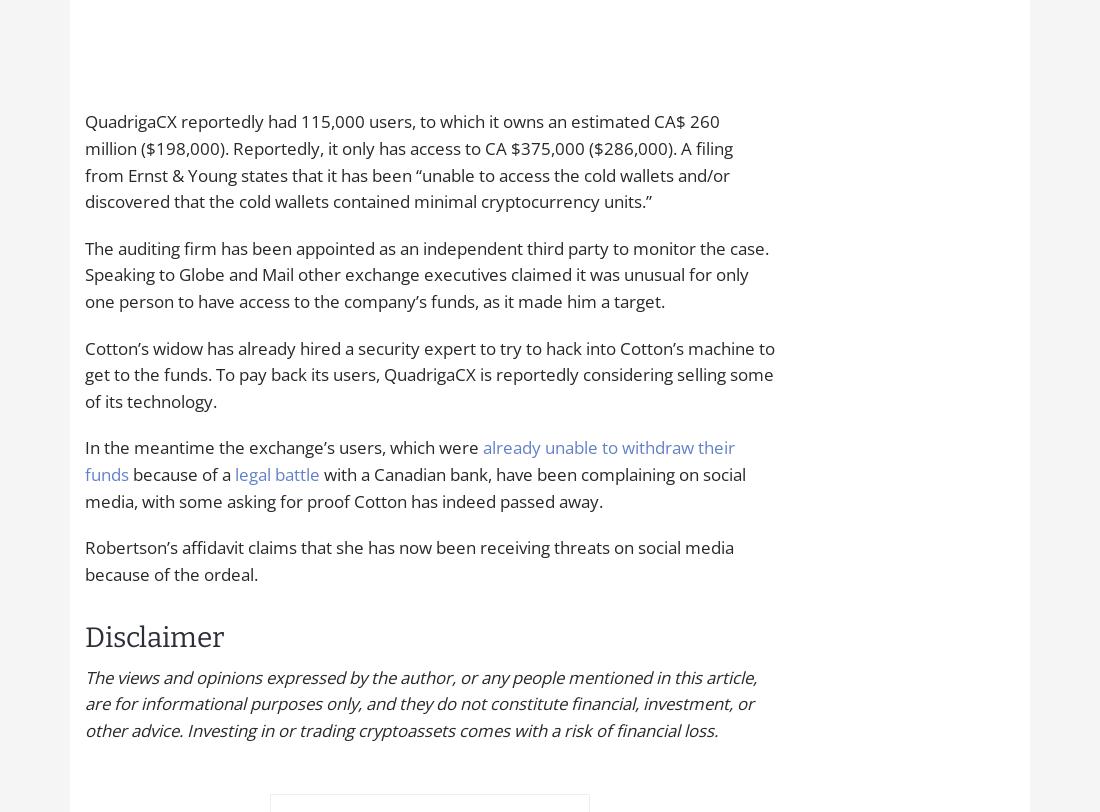  What do you see at coordinates (419, 703) in the screenshot?
I see `'The views and opinions expressed by the author, or any people mentioned in this article, are for informational purposes only, and they do not constitute financial, investment, or other advice. Investing in or trading cryptoassets comes with a risk of financial loss.'` at bounding box center [419, 703].